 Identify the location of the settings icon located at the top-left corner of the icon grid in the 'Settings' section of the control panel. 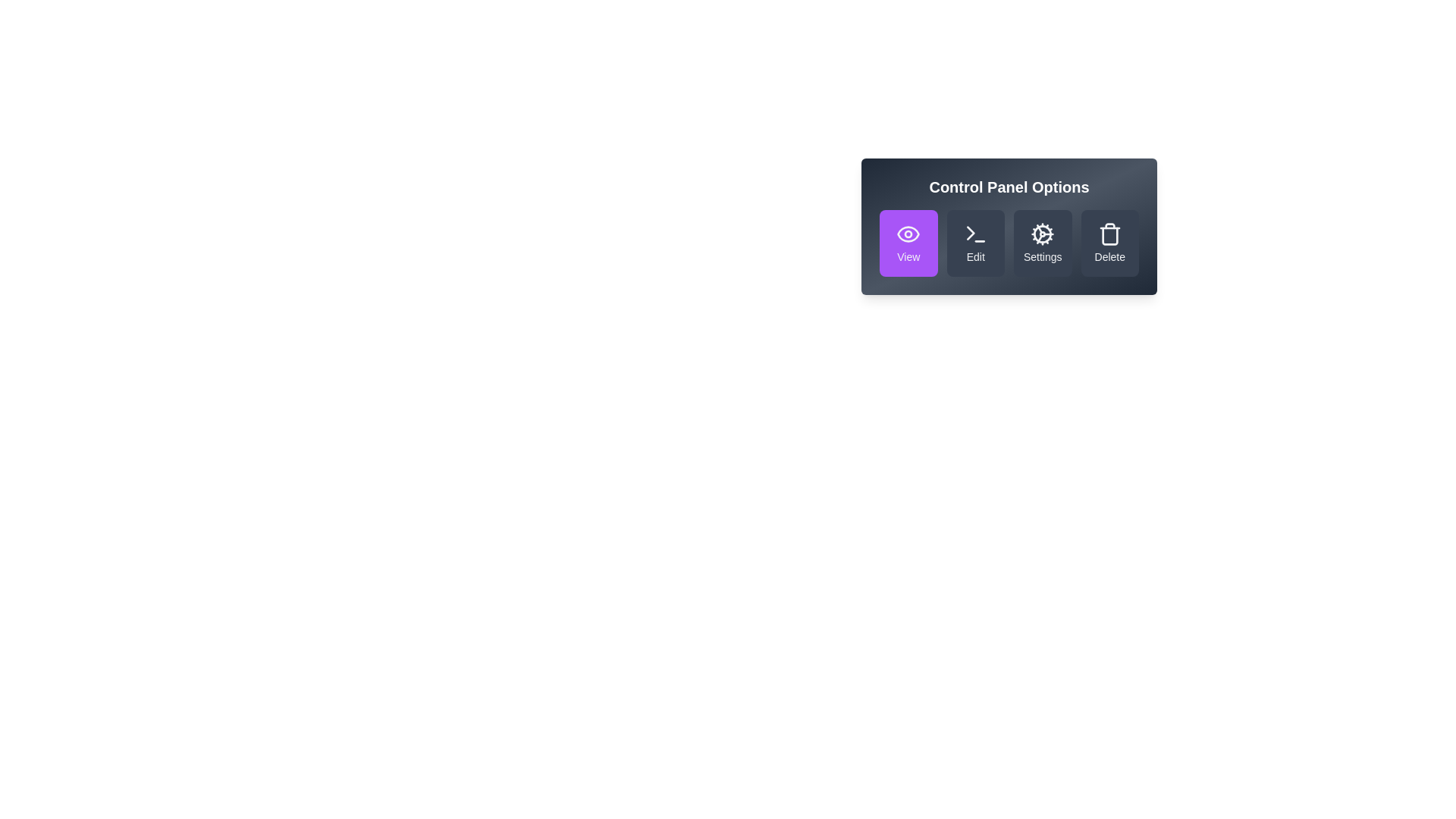
(1042, 234).